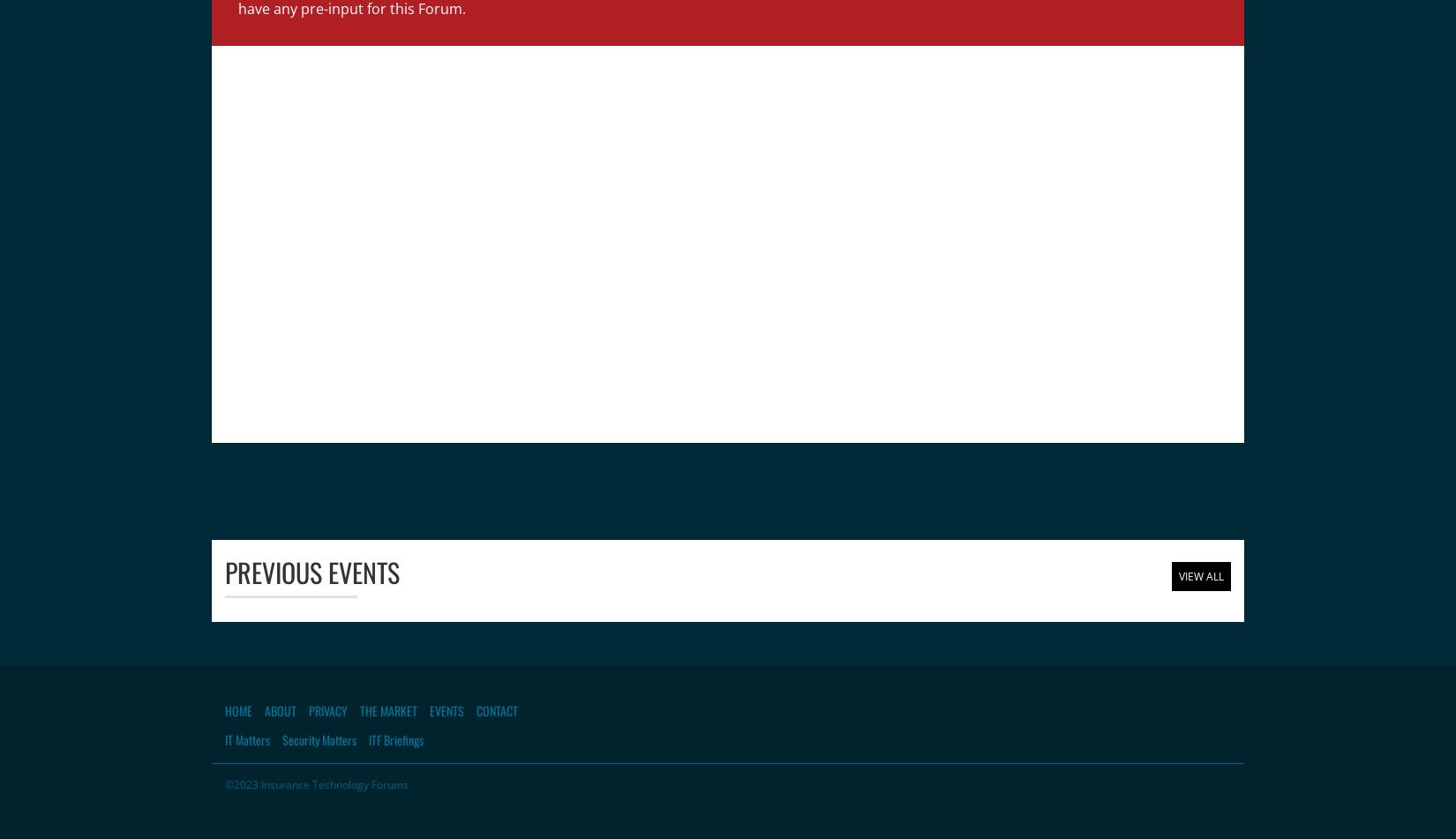  I want to click on 'IT Matters', so click(247, 738).